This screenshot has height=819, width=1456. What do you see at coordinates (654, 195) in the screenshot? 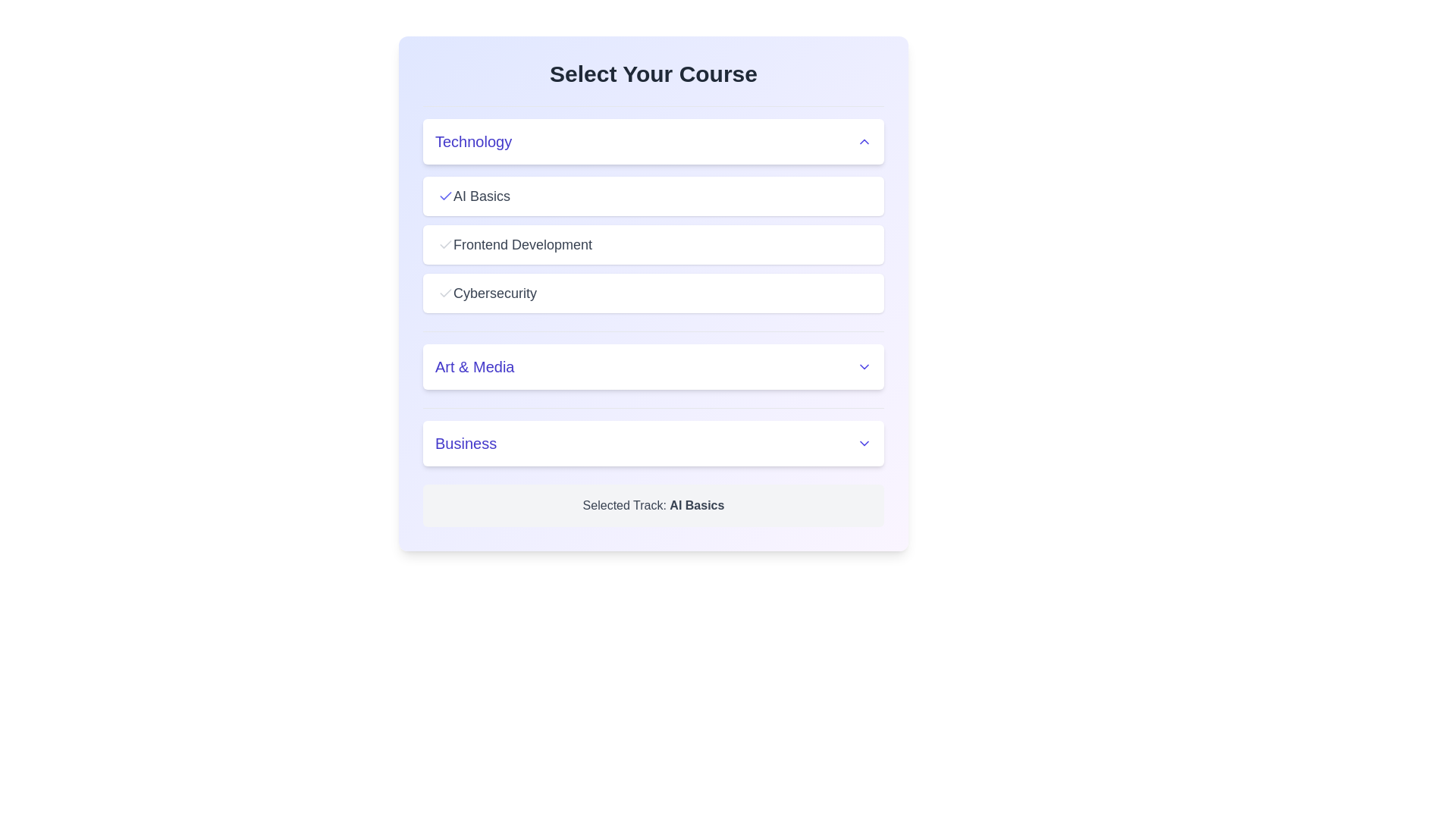
I see `the first selectable list item for the 'AI Basics' course located under the 'Technology' section` at bounding box center [654, 195].